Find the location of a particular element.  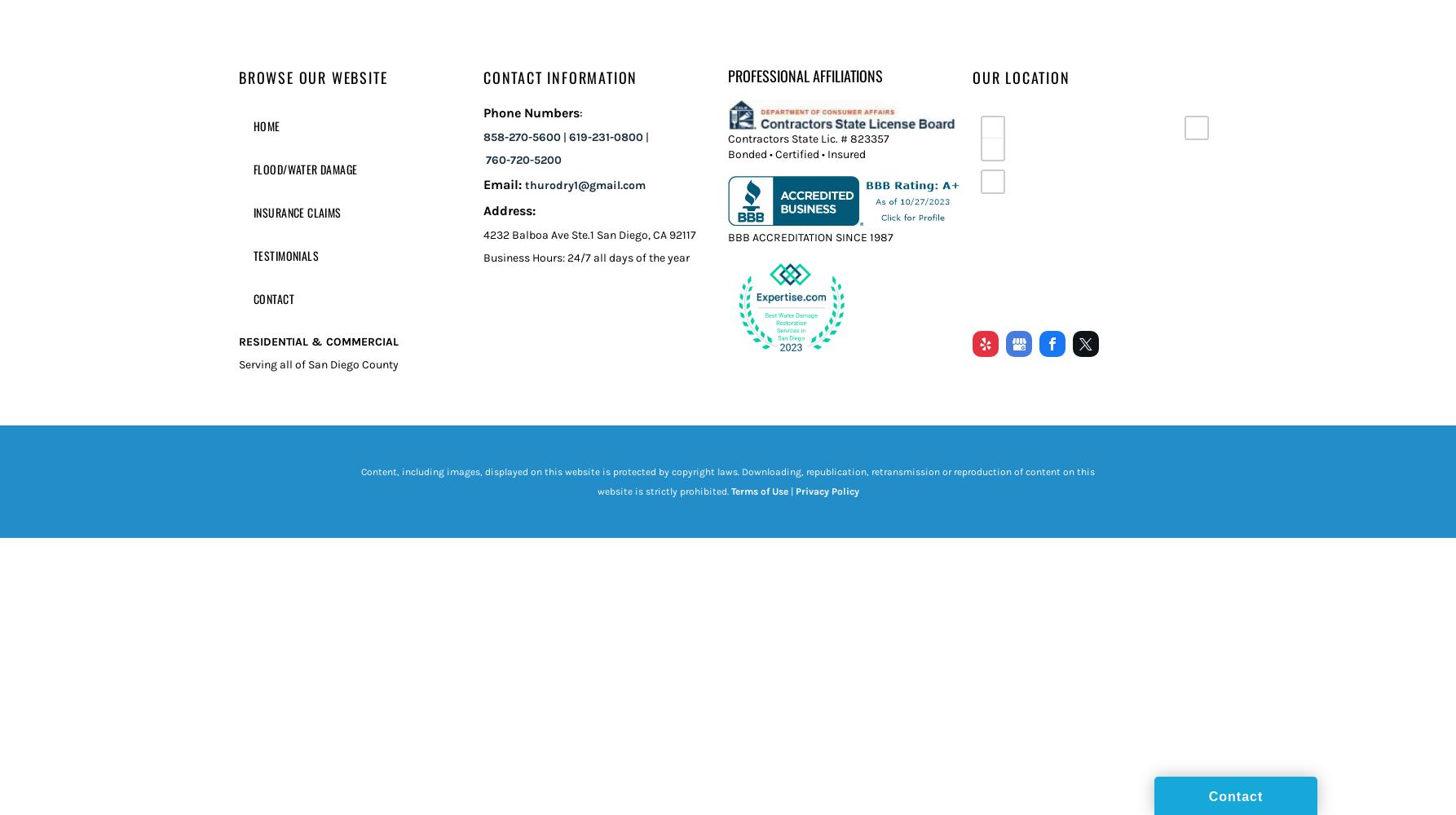

'BBB ACCREDITATION SINCE 1987' is located at coordinates (810, 236).